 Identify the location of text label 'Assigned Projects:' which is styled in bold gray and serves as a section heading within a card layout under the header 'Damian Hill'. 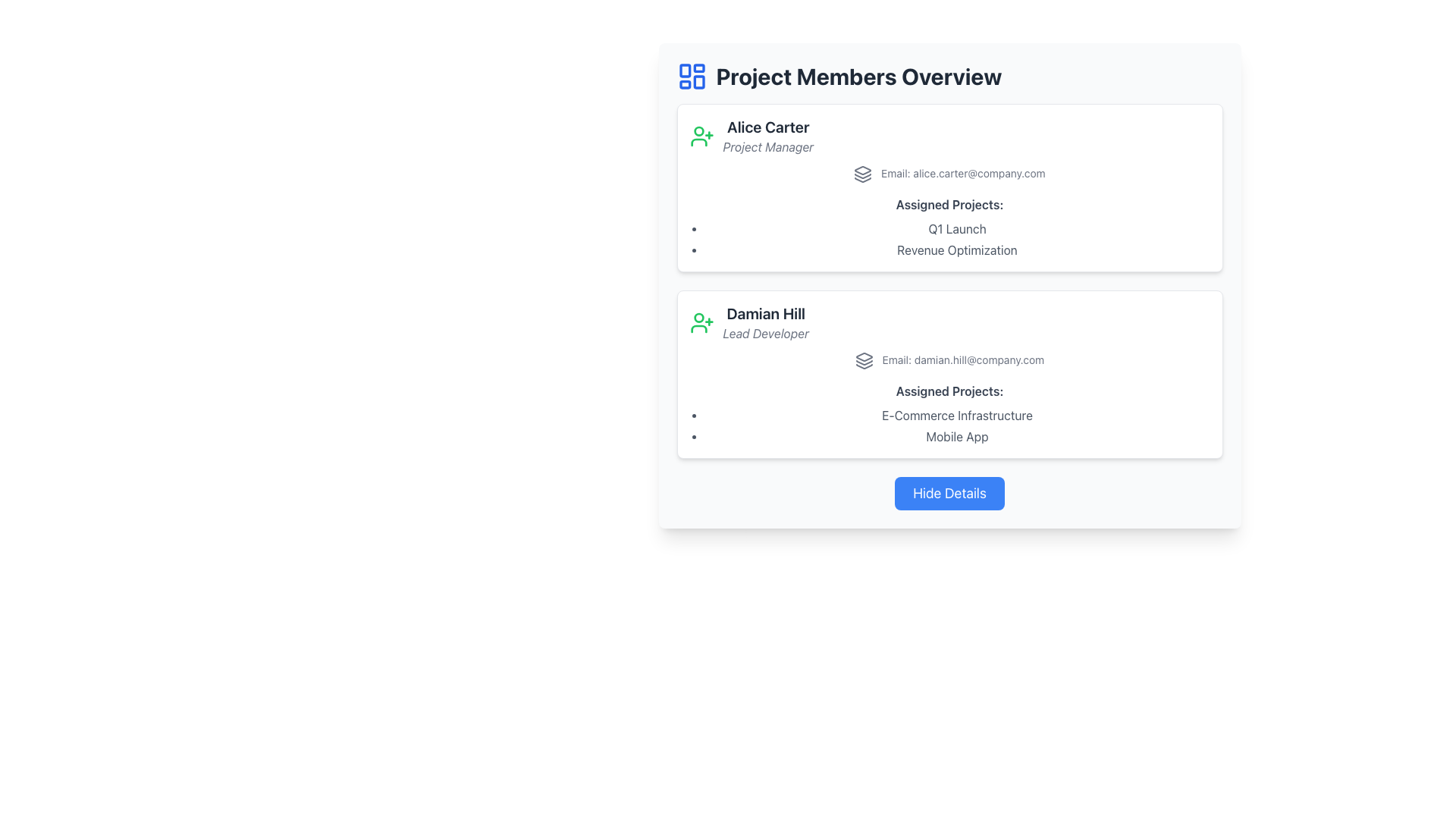
(949, 391).